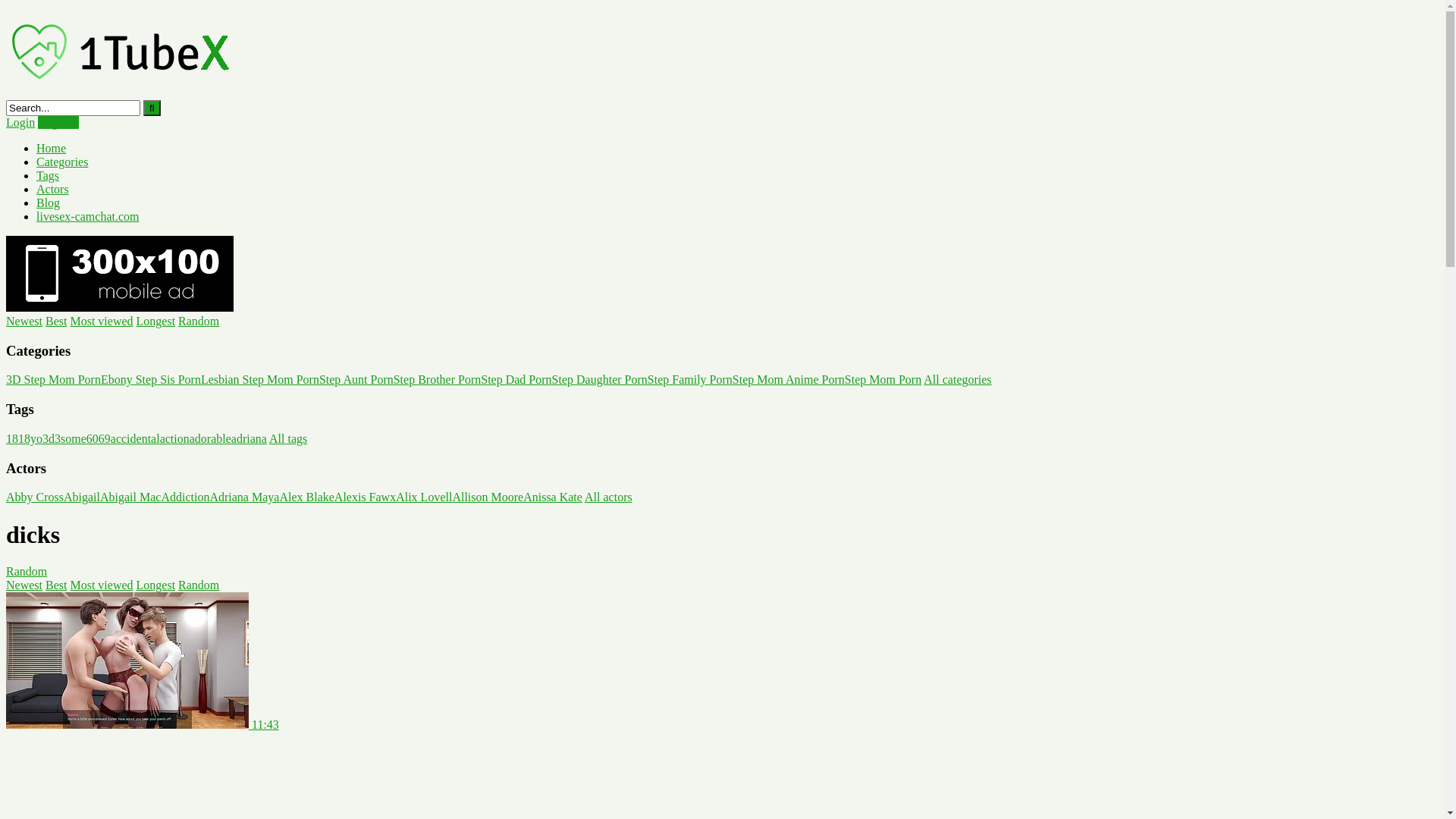  What do you see at coordinates (956, 378) in the screenshot?
I see `'All categories'` at bounding box center [956, 378].